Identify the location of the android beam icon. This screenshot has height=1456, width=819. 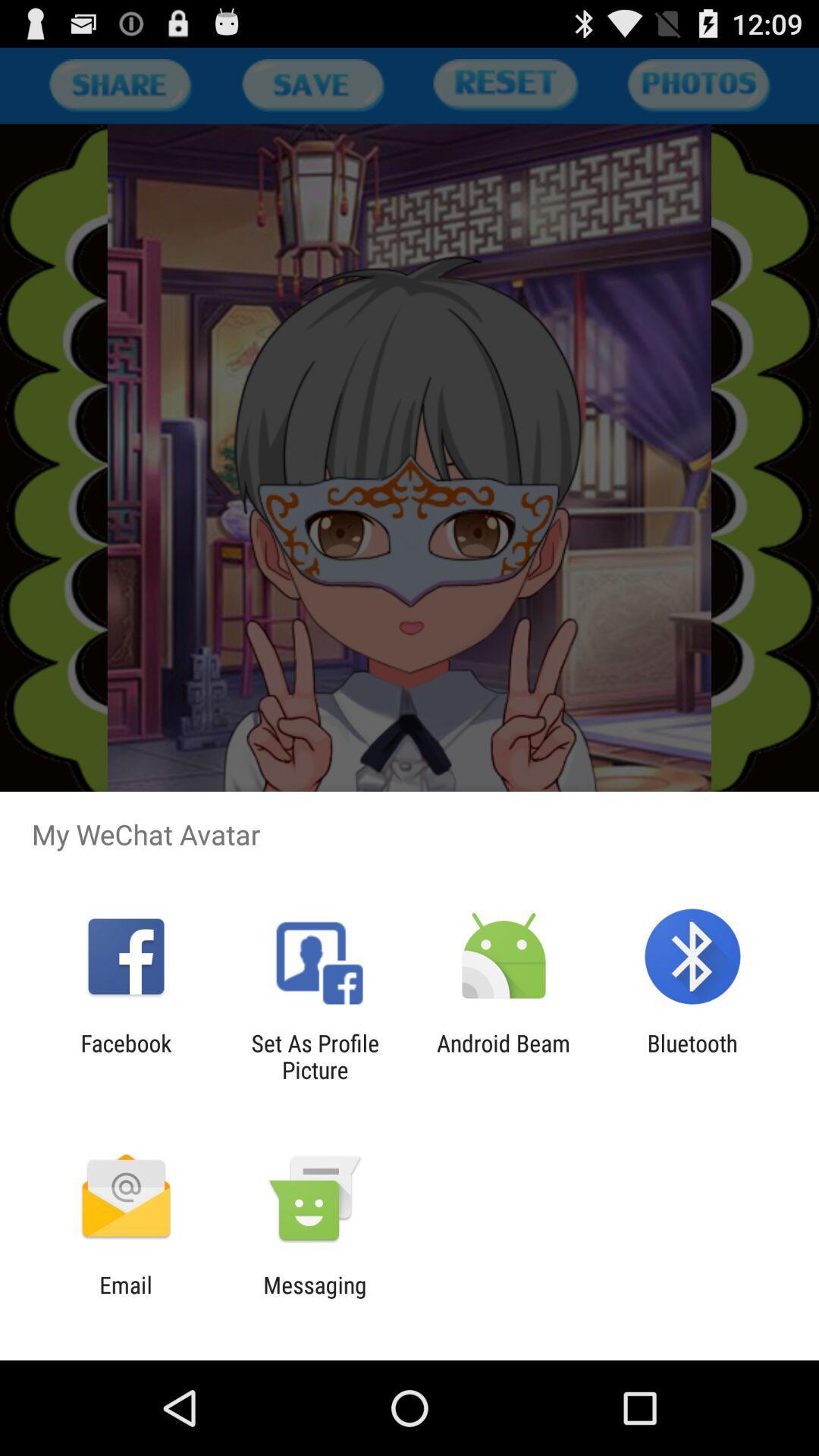
(504, 1056).